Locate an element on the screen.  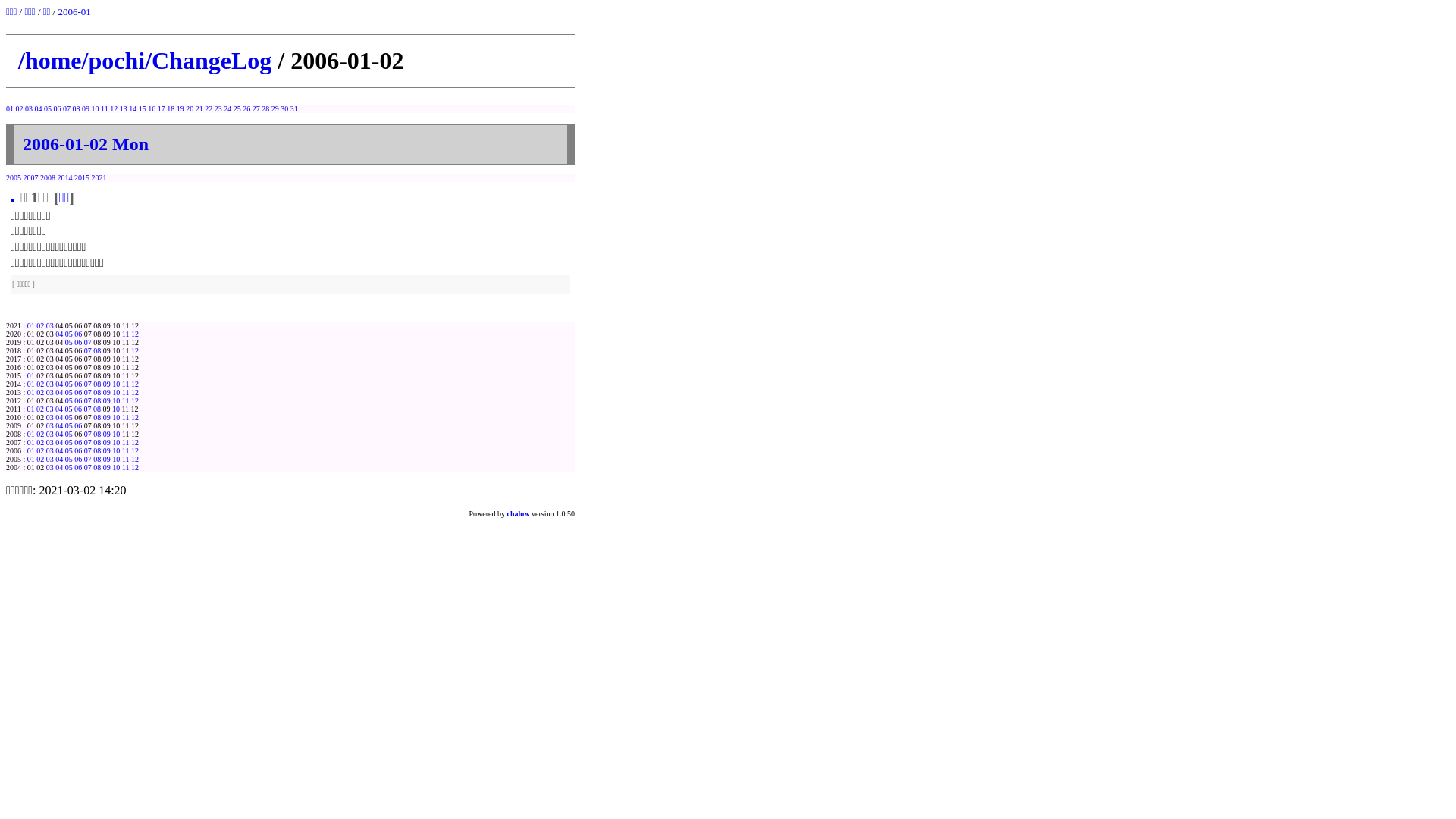
'19' is located at coordinates (177, 108).